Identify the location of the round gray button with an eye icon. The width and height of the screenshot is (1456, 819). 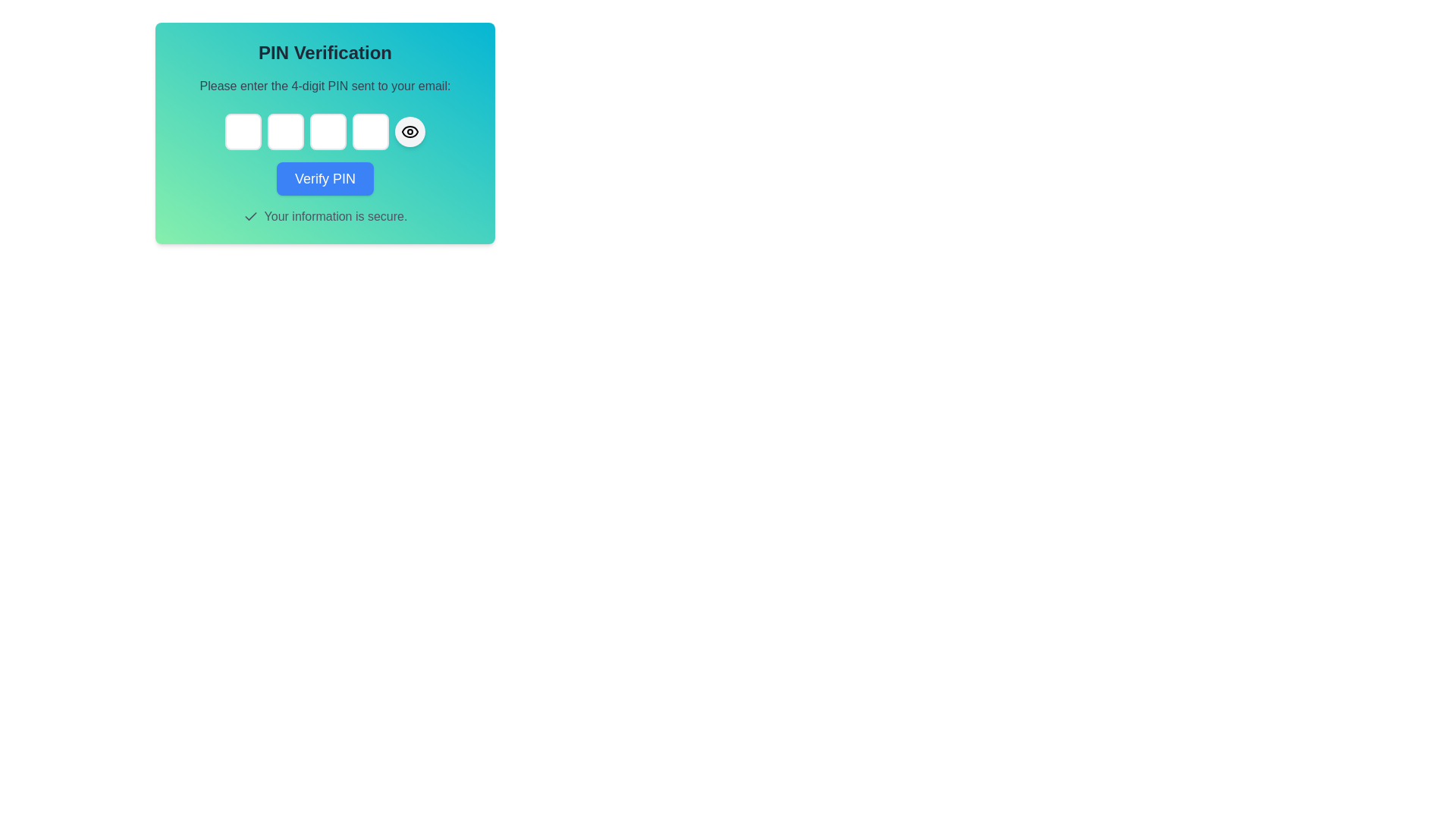
(410, 130).